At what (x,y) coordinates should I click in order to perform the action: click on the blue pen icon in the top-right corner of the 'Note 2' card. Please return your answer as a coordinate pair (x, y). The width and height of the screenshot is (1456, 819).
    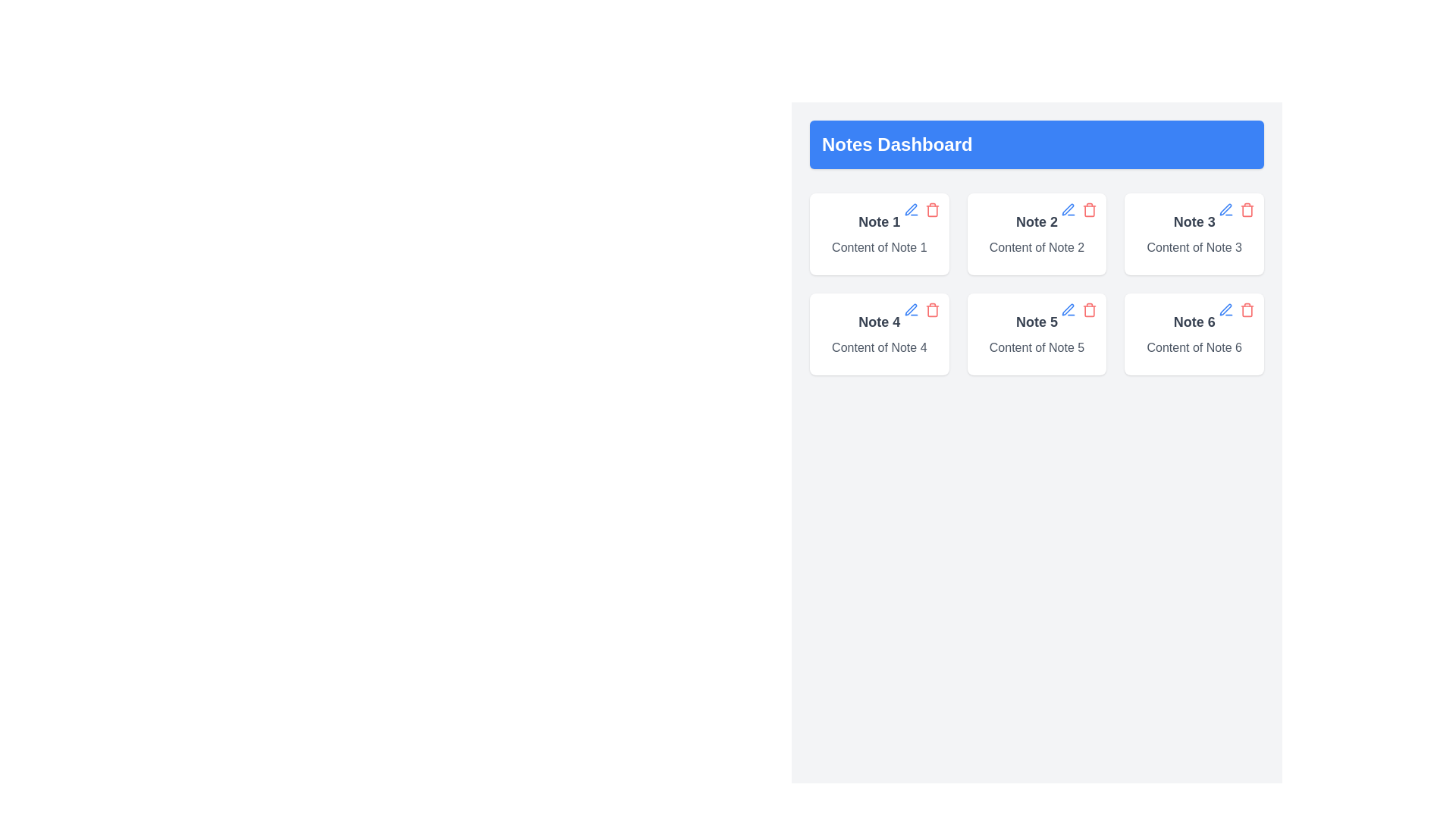
    Looking at the image, I should click on (1068, 210).